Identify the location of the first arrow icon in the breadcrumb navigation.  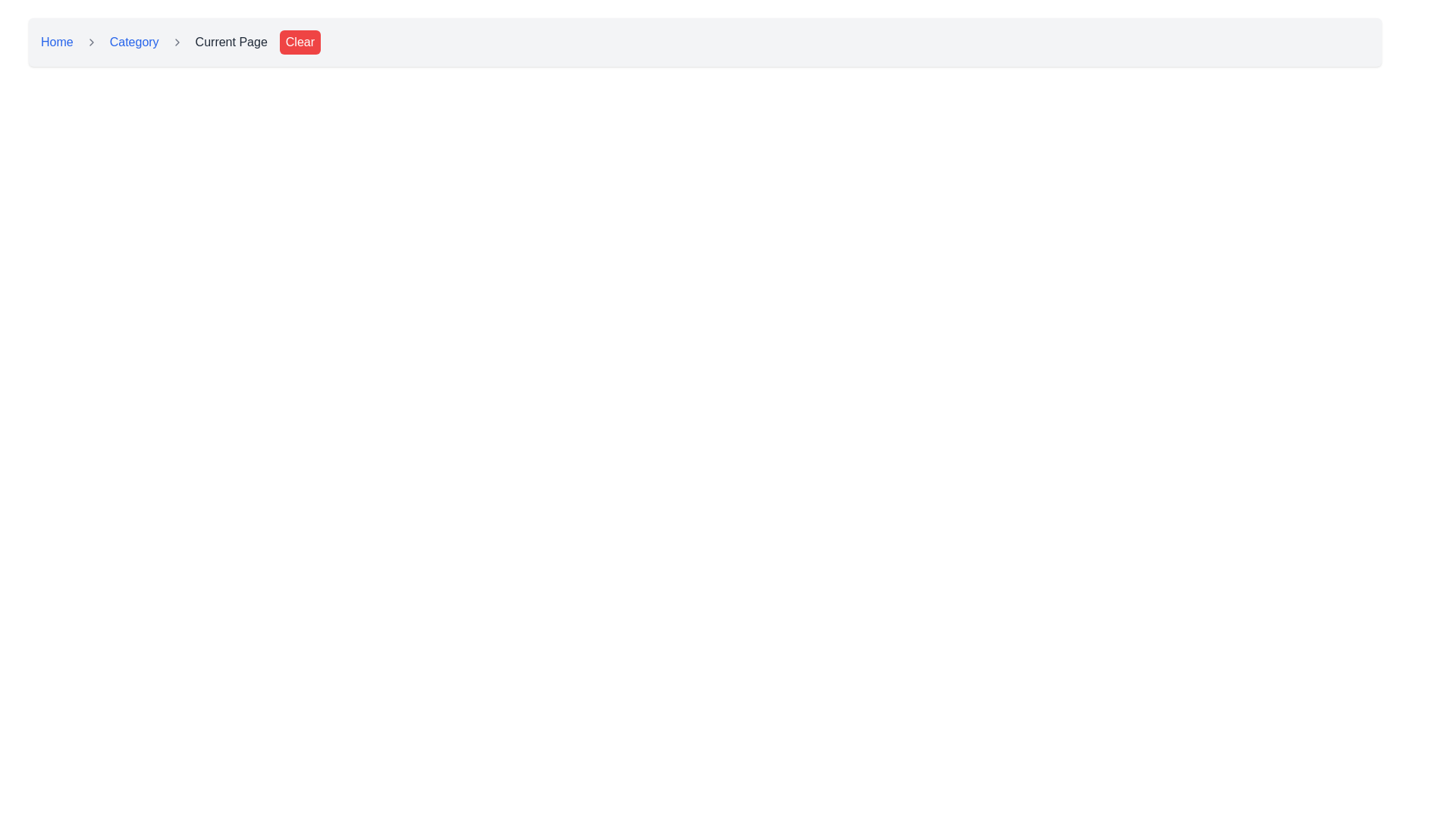
(90, 42).